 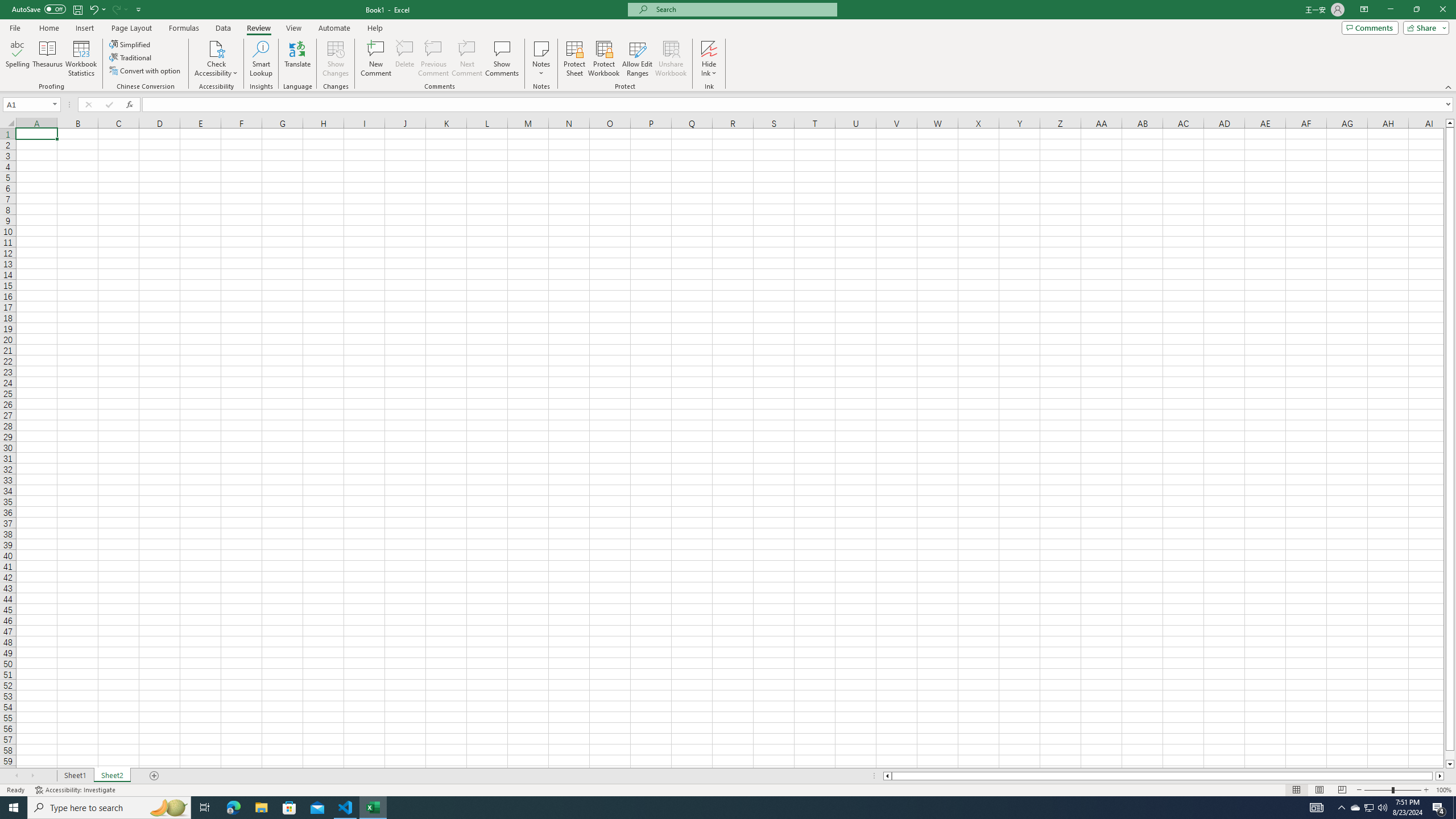 I want to click on 'Check Accessibility', so click(x=216, y=59).